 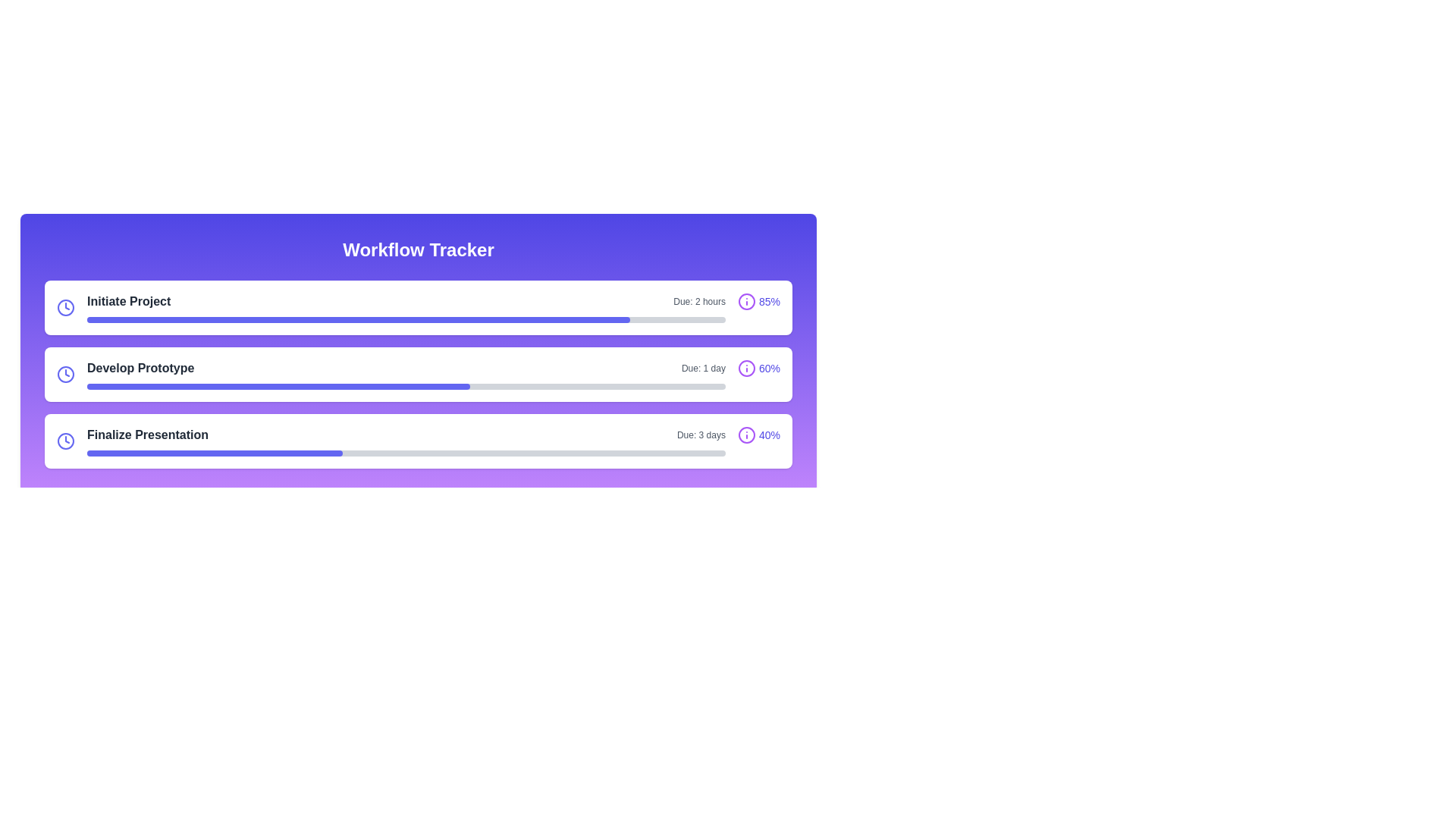 What do you see at coordinates (406, 452) in the screenshot?
I see `the progress bar that shows the completion of the task 'Finalize Presentation' which is currently 40% complete, located at the bottom of the 'Finalize Presentation' section in the 'Workflow Tracker'` at bounding box center [406, 452].